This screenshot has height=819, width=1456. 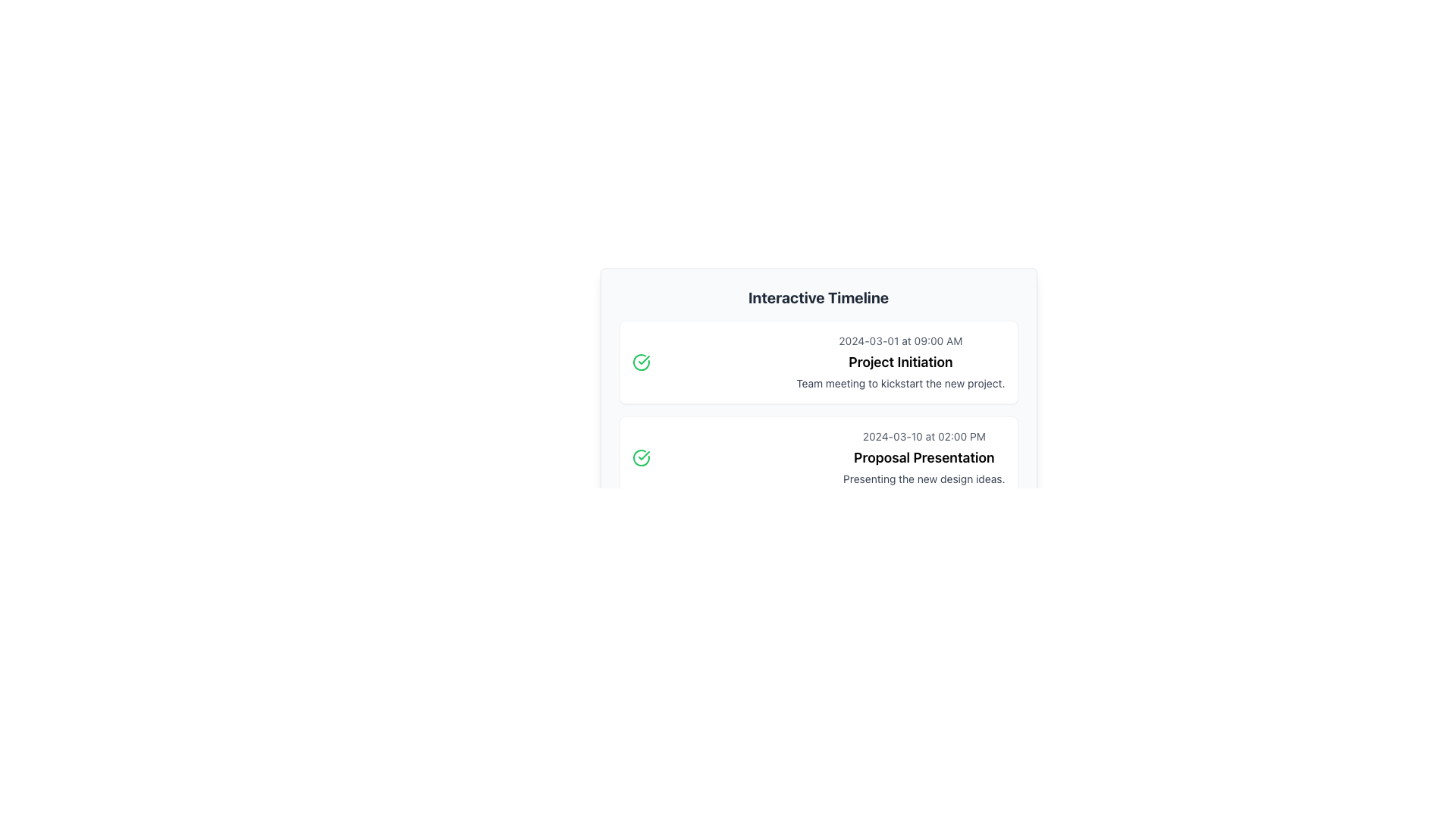 I want to click on the bold text displaying 'Interactive Timeline' located at the top of the content card, which is styled in dark gray and centered horizontally, so click(x=817, y=298).